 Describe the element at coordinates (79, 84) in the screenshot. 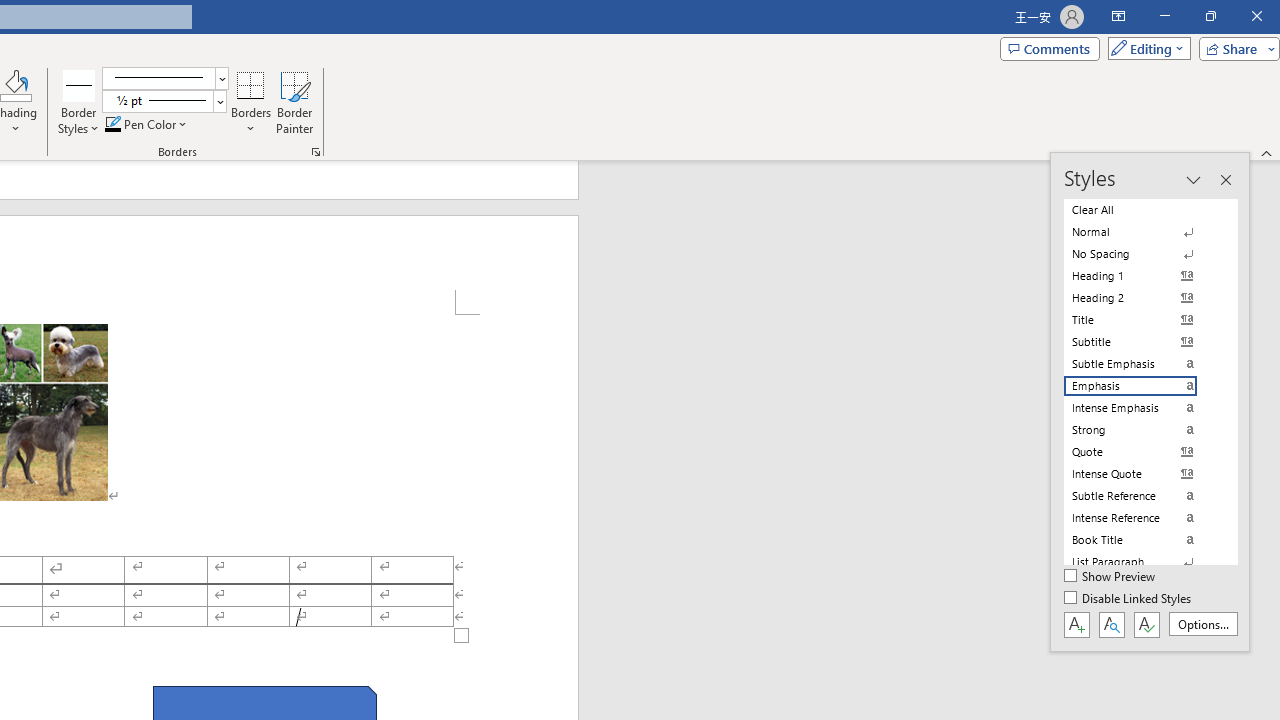

I see `'Border Styles'` at that location.